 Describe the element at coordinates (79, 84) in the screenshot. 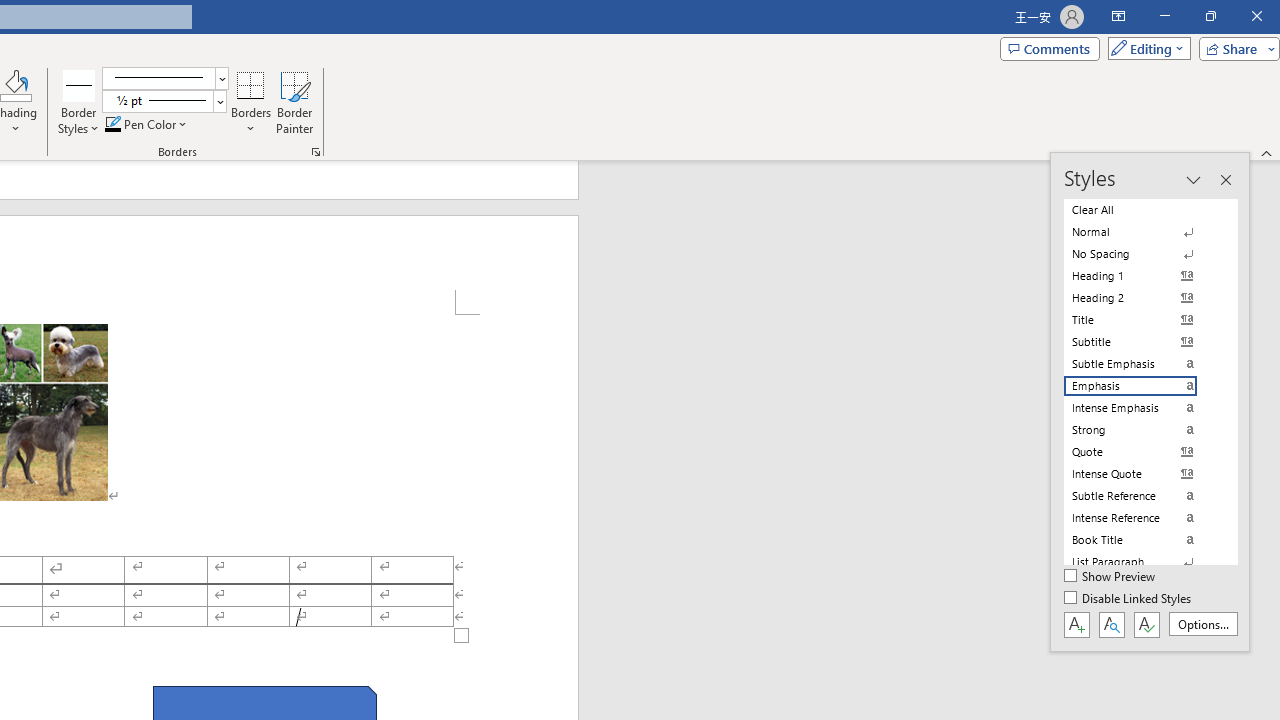

I see `'Border Styles'` at that location.